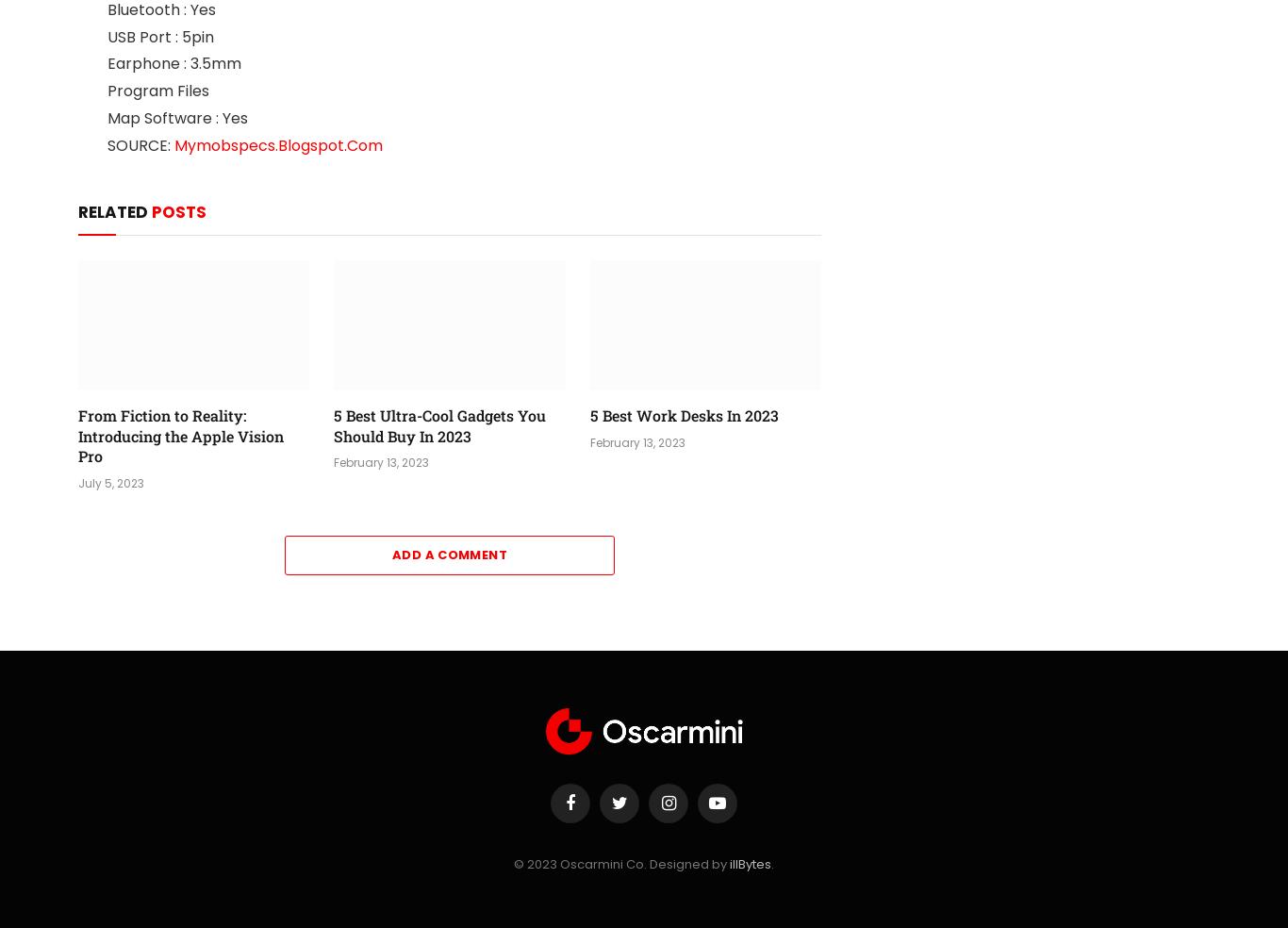 This screenshot has width=1288, height=928. Describe the element at coordinates (620, 864) in the screenshot. I see `'© 2023 Oscarmini Co. Designed by'` at that location.